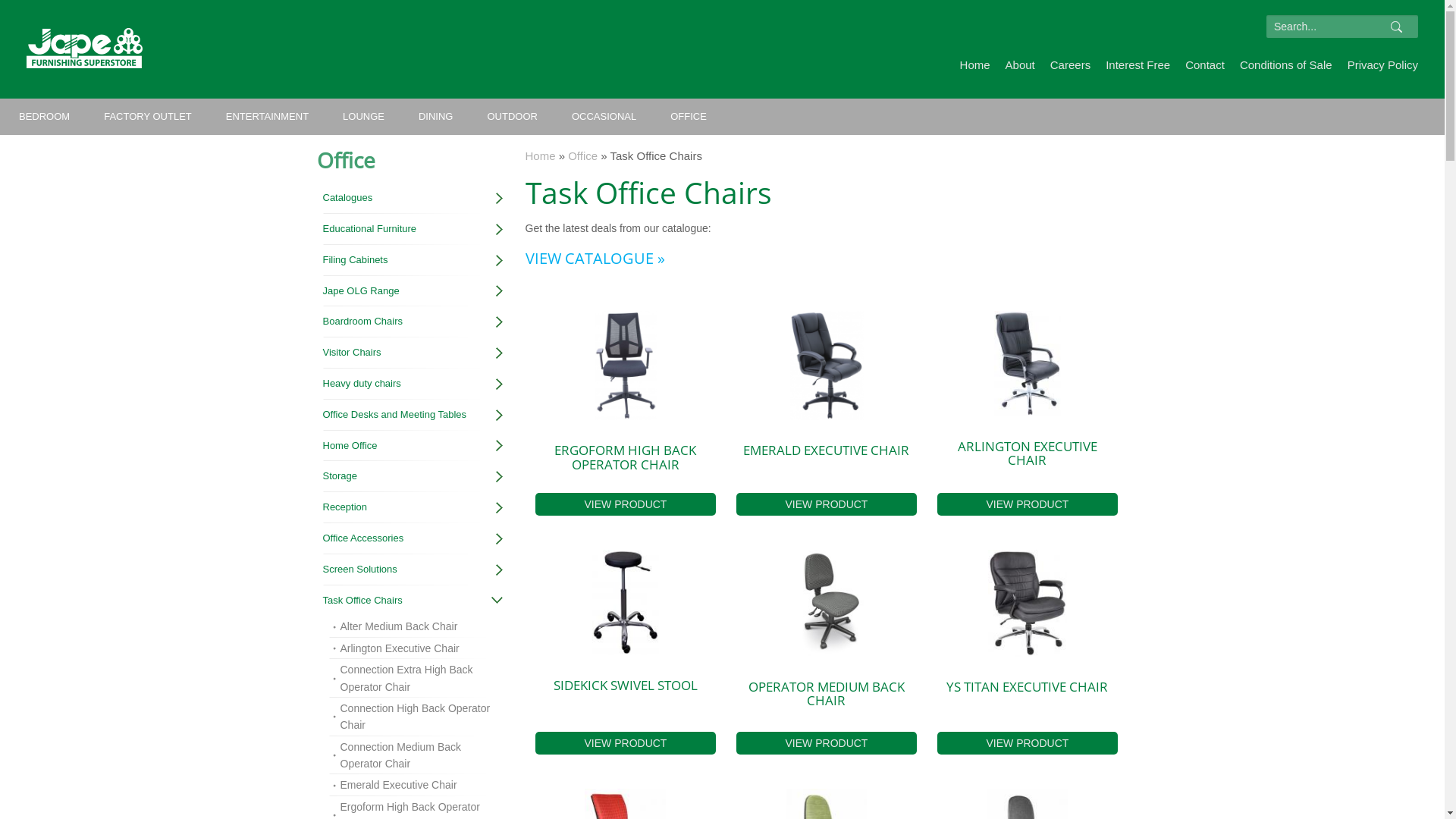 The height and width of the screenshot is (819, 1456). I want to click on 'Educational Furniture', so click(413, 229).